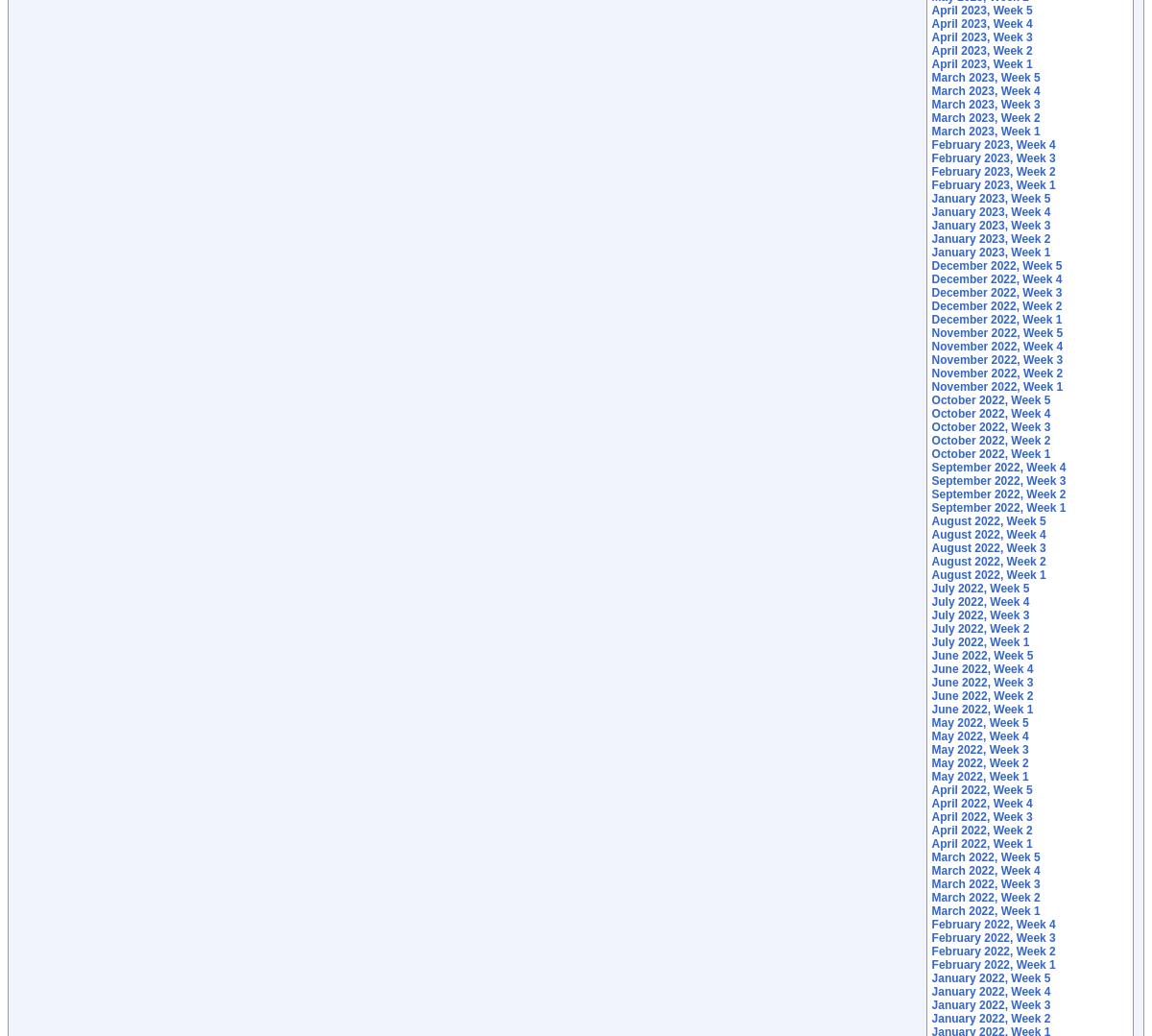 Image resolution: width=1152 pixels, height=1036 pixels. Describe the element at coordinates (981, 49) in the screenshot. I see `'April 2023, Week 2'` at that location.